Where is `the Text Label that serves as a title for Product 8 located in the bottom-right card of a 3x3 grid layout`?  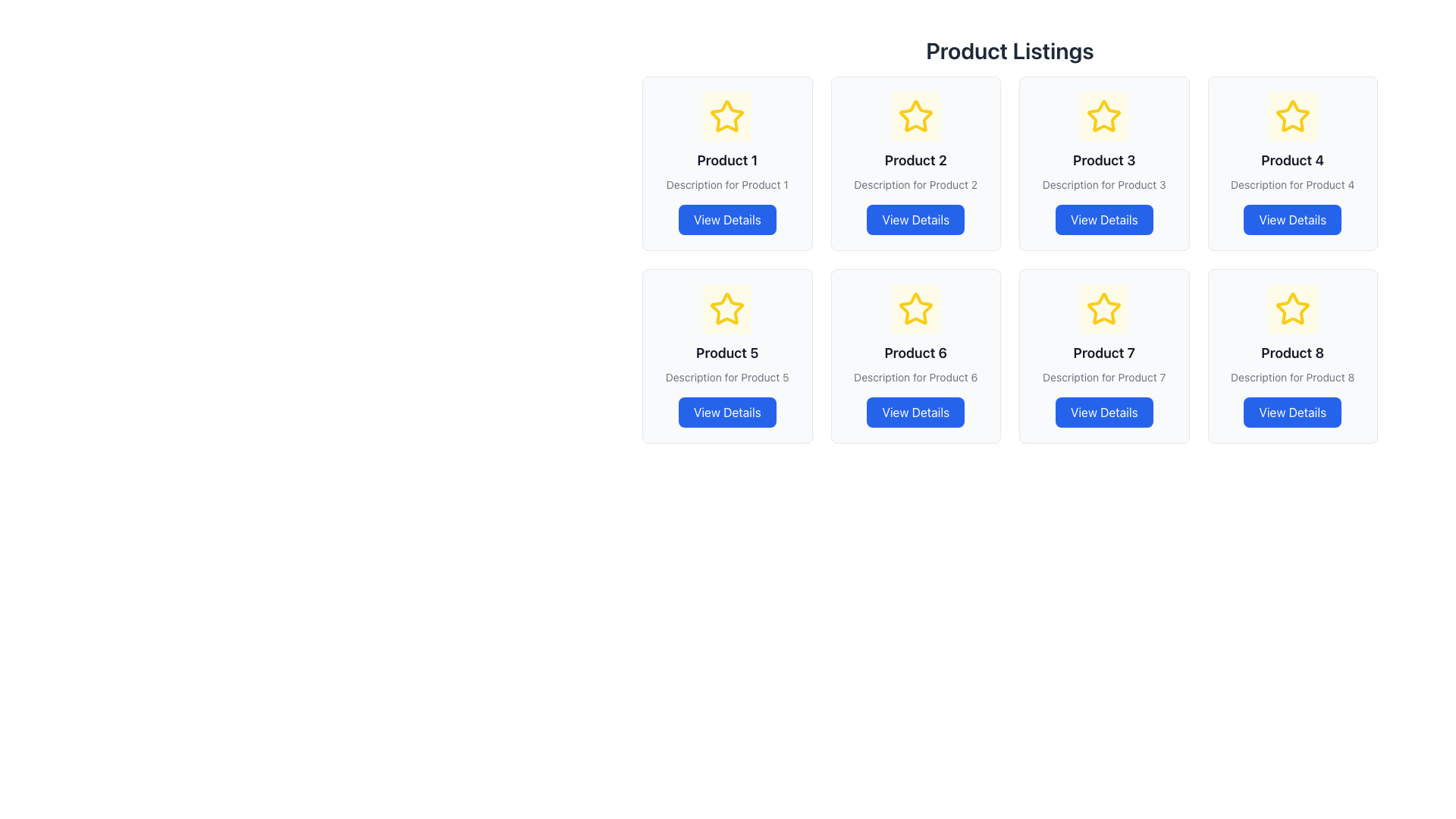 the Text Label that serves as a title for Product 8 located in the bottom-right card of a 3x3 grid layout is located at coordinates (1291, 353).